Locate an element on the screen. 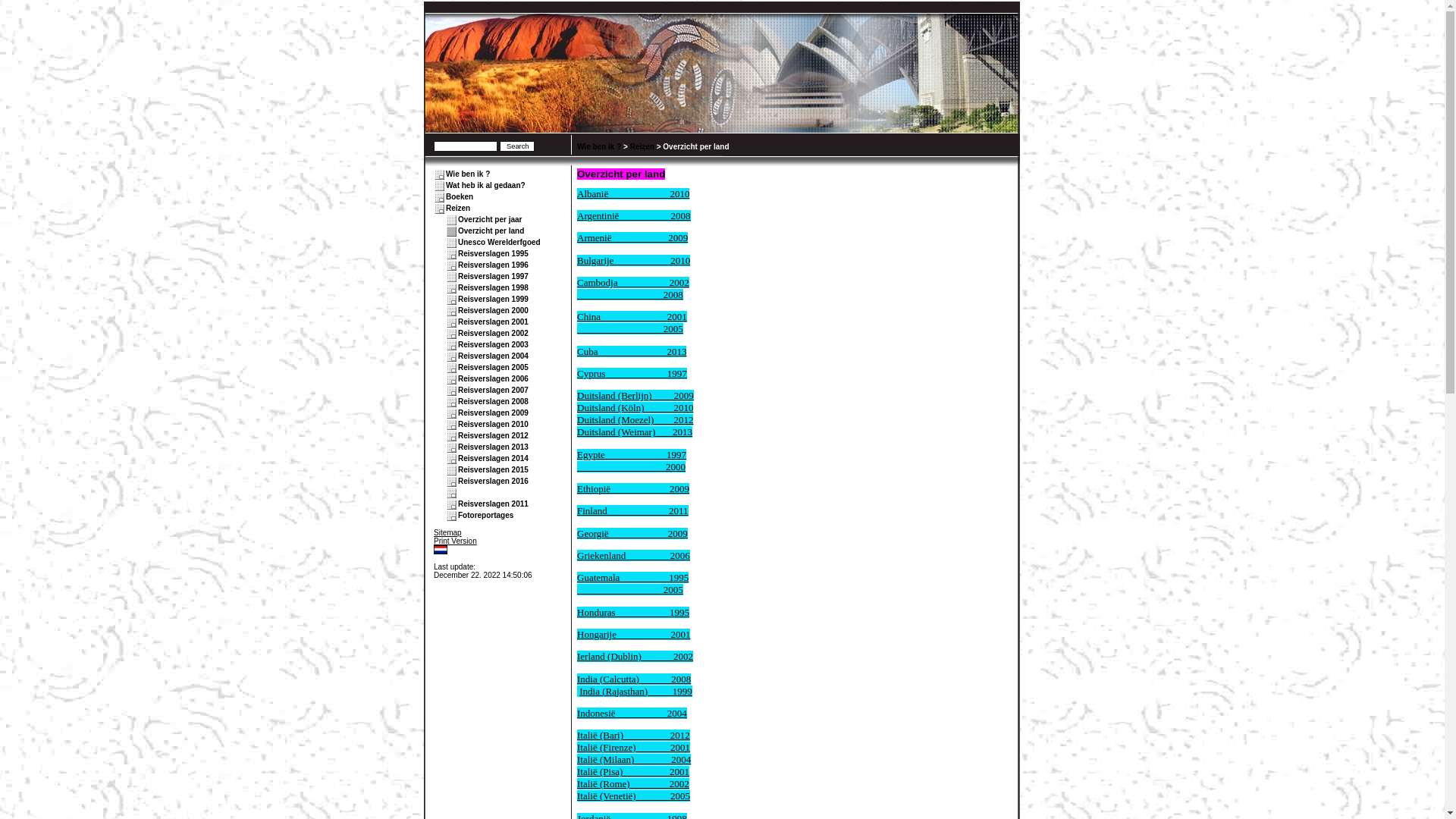  'Reisverslagen 1996' is located at coordinates (493, 264).